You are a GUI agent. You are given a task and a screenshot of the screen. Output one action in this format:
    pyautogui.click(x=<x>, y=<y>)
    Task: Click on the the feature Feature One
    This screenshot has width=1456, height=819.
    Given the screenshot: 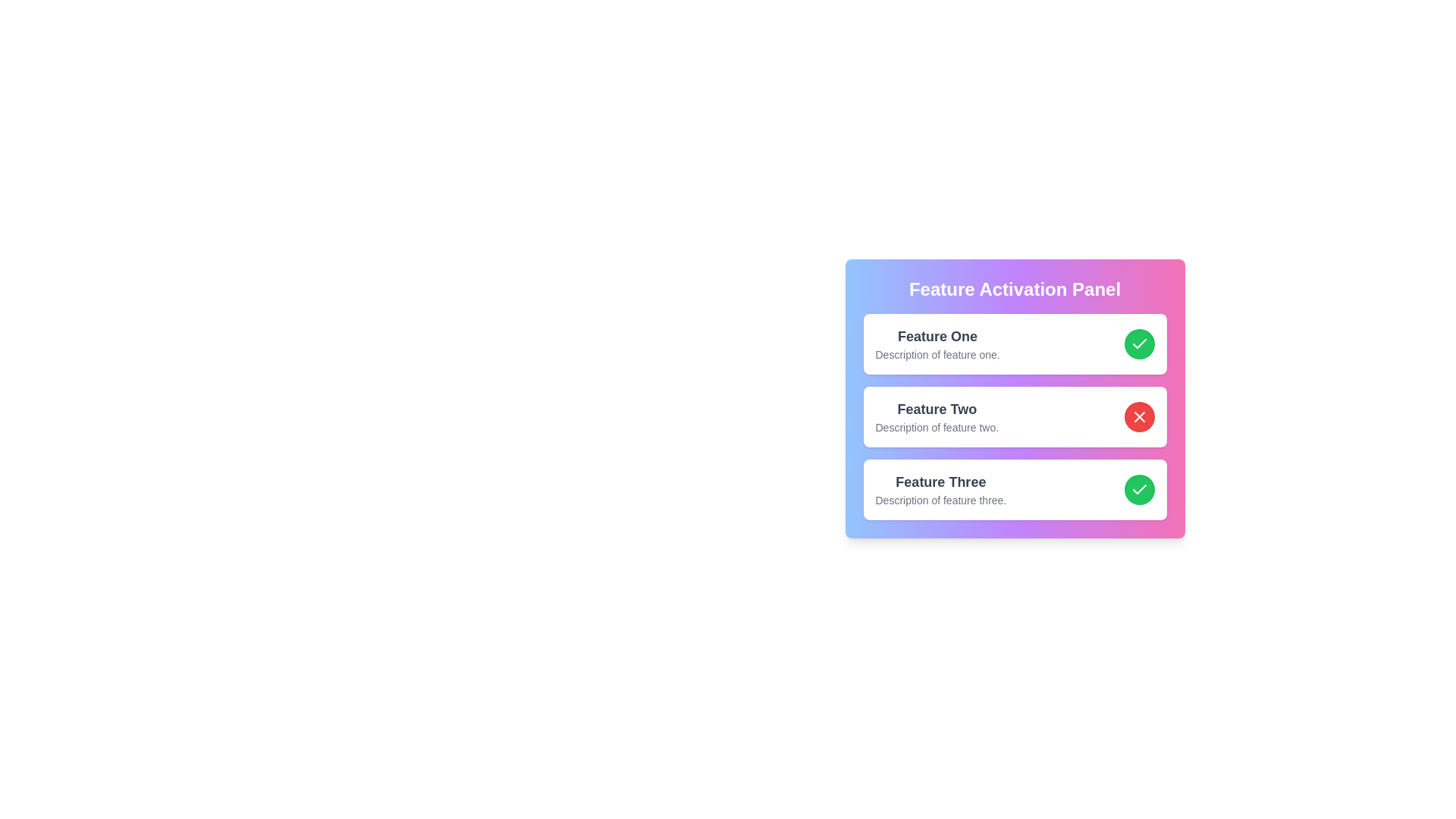 What is the action you would take?
    pyautogui.click(x=1139, y=344)
    